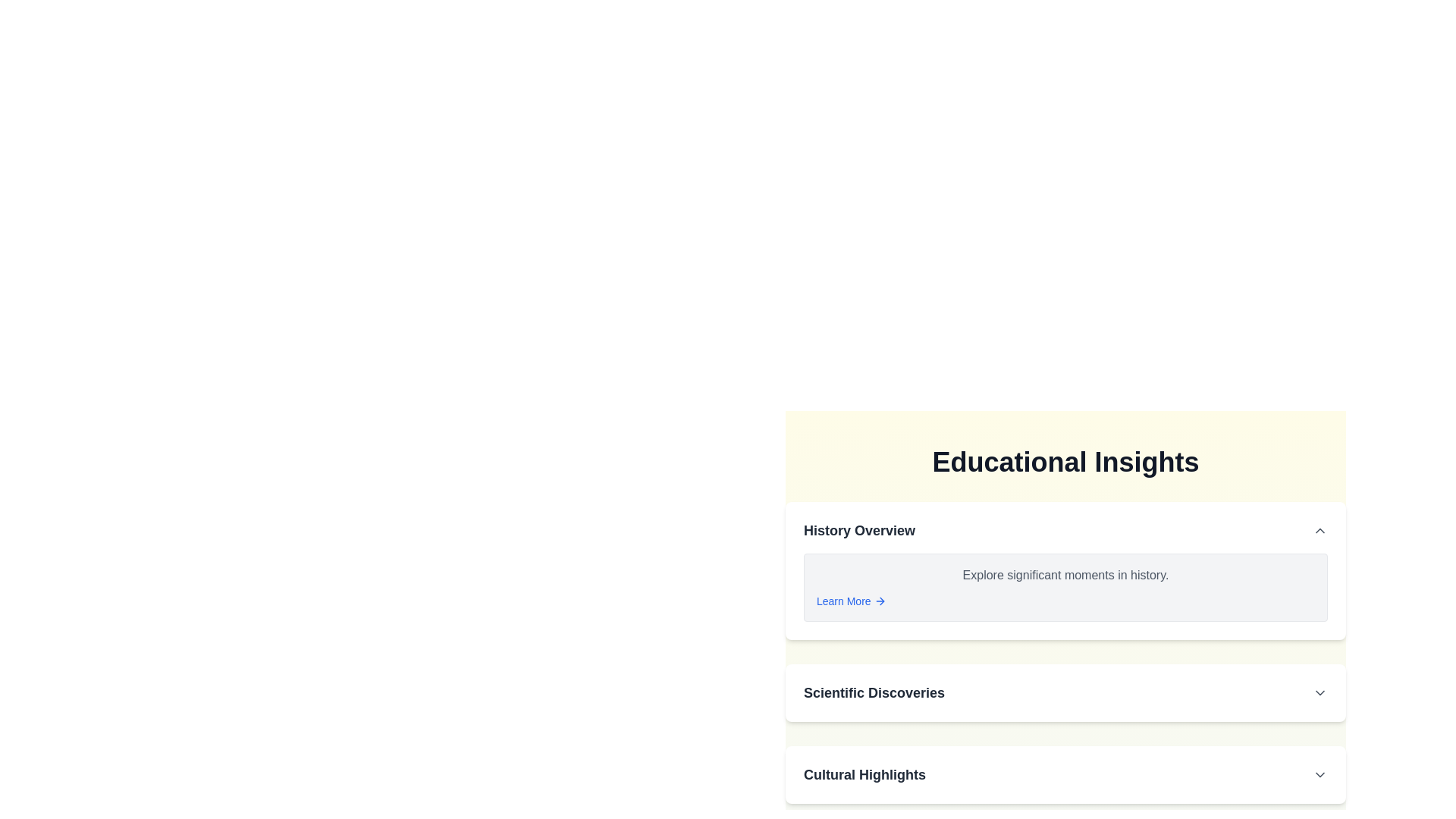 The width and height of the screenshot is (1456, 819). Describe the element at coordinates (880, 601) in the screenshot. I see `the SVG-based icon located to the right of the 'Learn More' text` at that location.